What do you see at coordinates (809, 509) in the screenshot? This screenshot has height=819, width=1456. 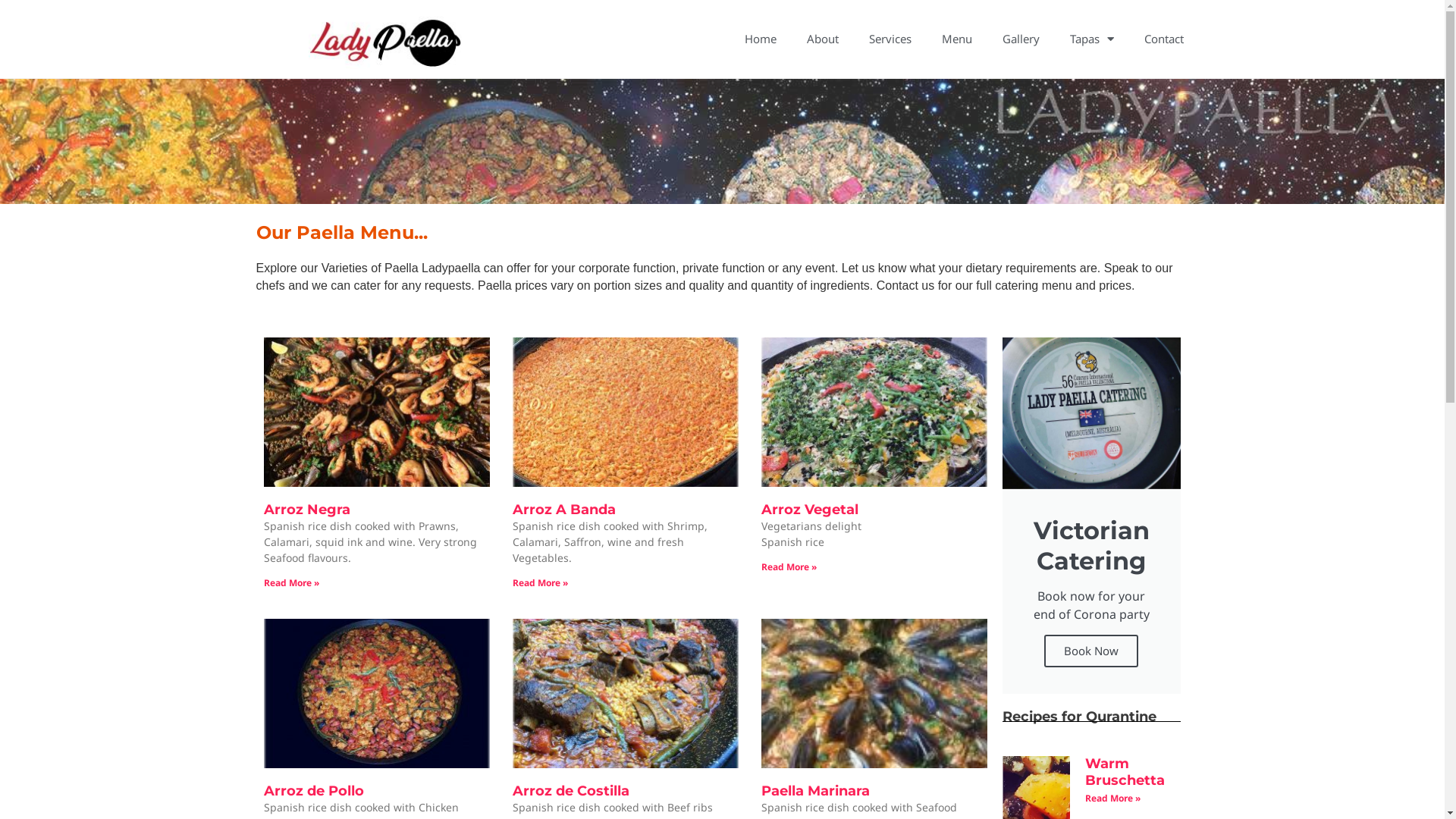 I see `'Arroz Vegetal'` at bounding box center [809, 509].